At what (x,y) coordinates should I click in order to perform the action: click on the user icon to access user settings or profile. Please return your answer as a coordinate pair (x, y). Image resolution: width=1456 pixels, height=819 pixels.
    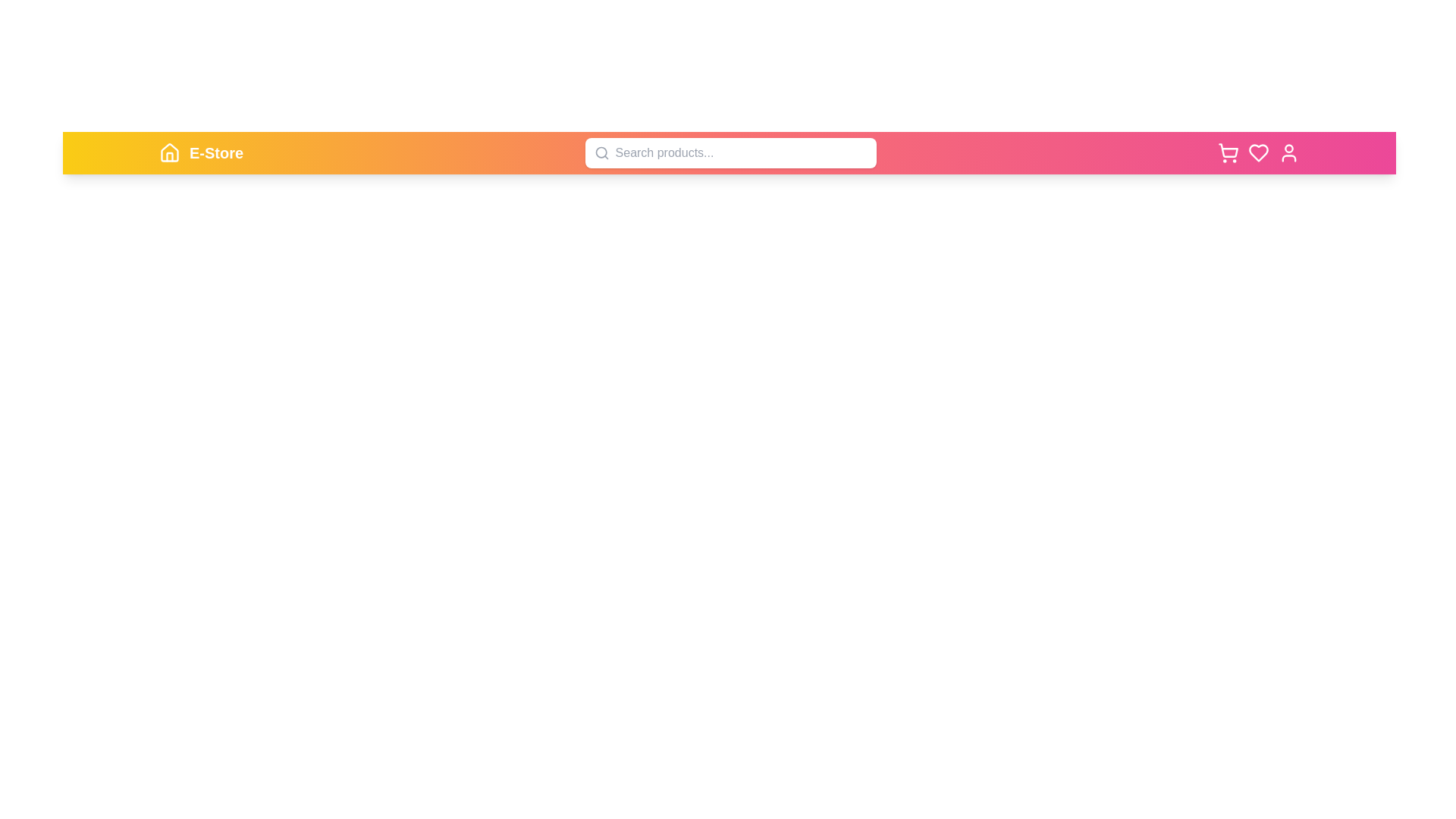
    Looking at the image, I should click on (1288, 152).